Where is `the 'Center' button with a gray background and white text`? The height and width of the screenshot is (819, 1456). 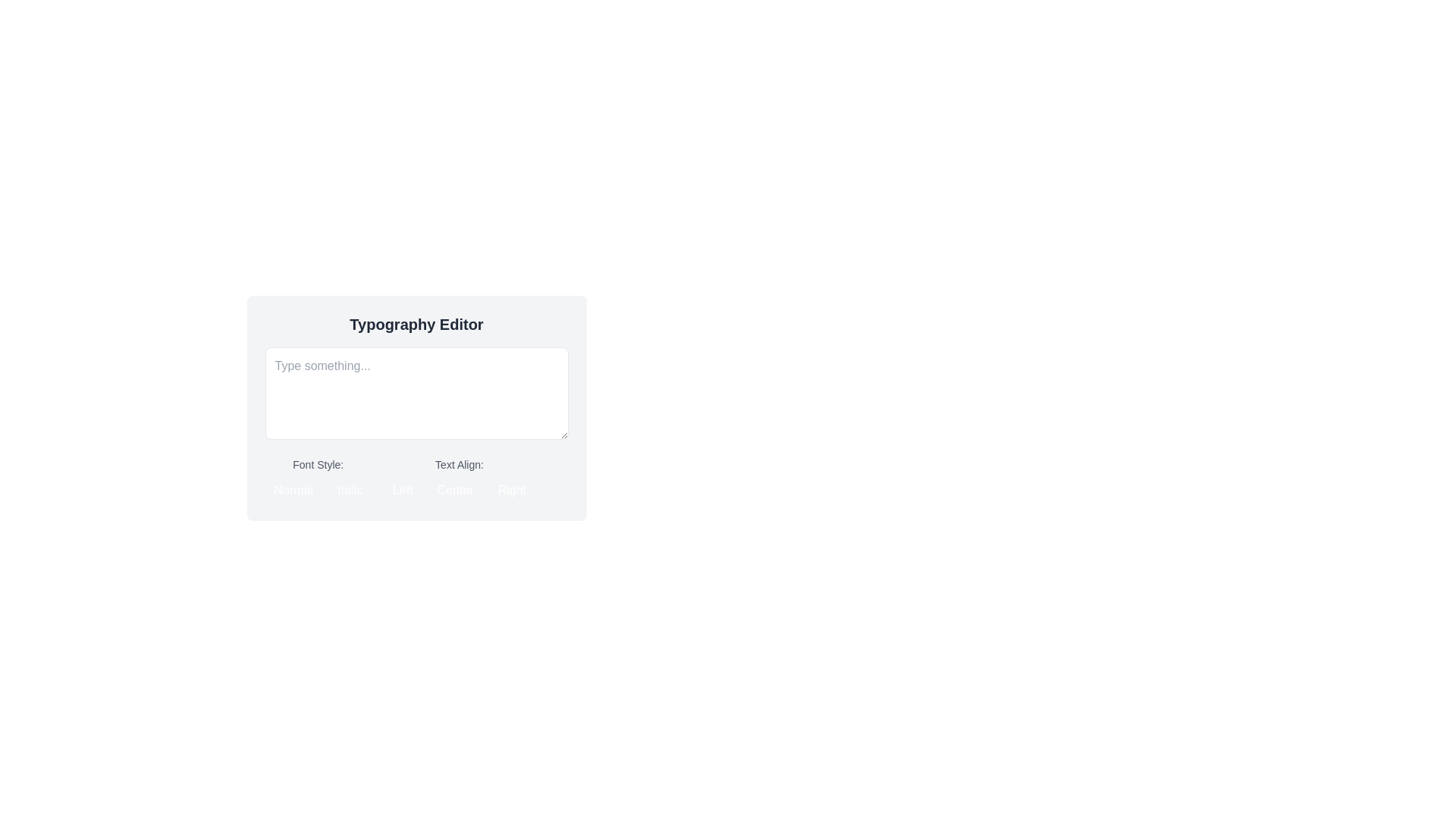 the 'Center' button with a gray background and white text is located at coordinates (454, 491).